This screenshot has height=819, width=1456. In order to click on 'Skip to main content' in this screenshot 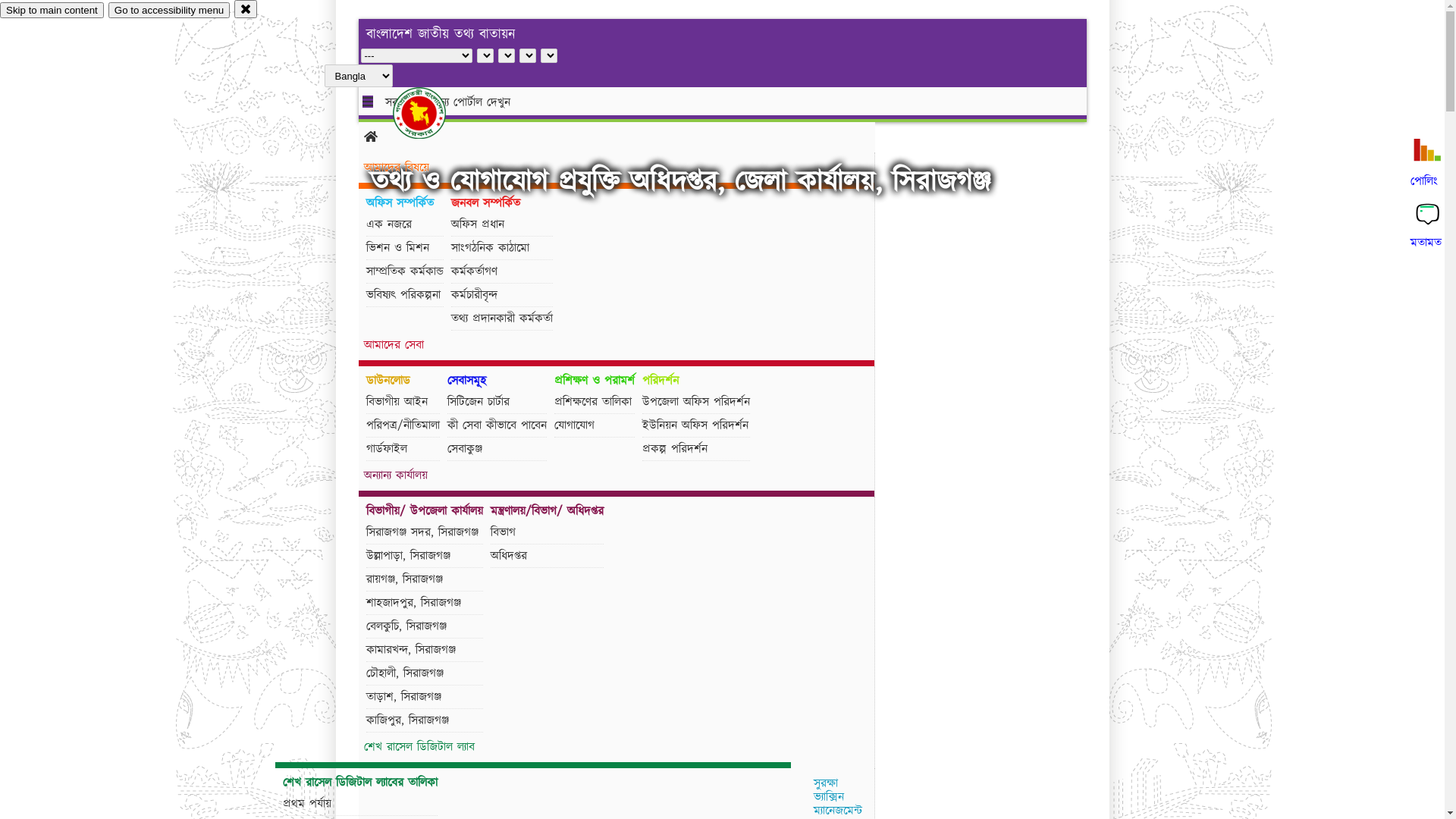, I will do `click(52, 10)`.